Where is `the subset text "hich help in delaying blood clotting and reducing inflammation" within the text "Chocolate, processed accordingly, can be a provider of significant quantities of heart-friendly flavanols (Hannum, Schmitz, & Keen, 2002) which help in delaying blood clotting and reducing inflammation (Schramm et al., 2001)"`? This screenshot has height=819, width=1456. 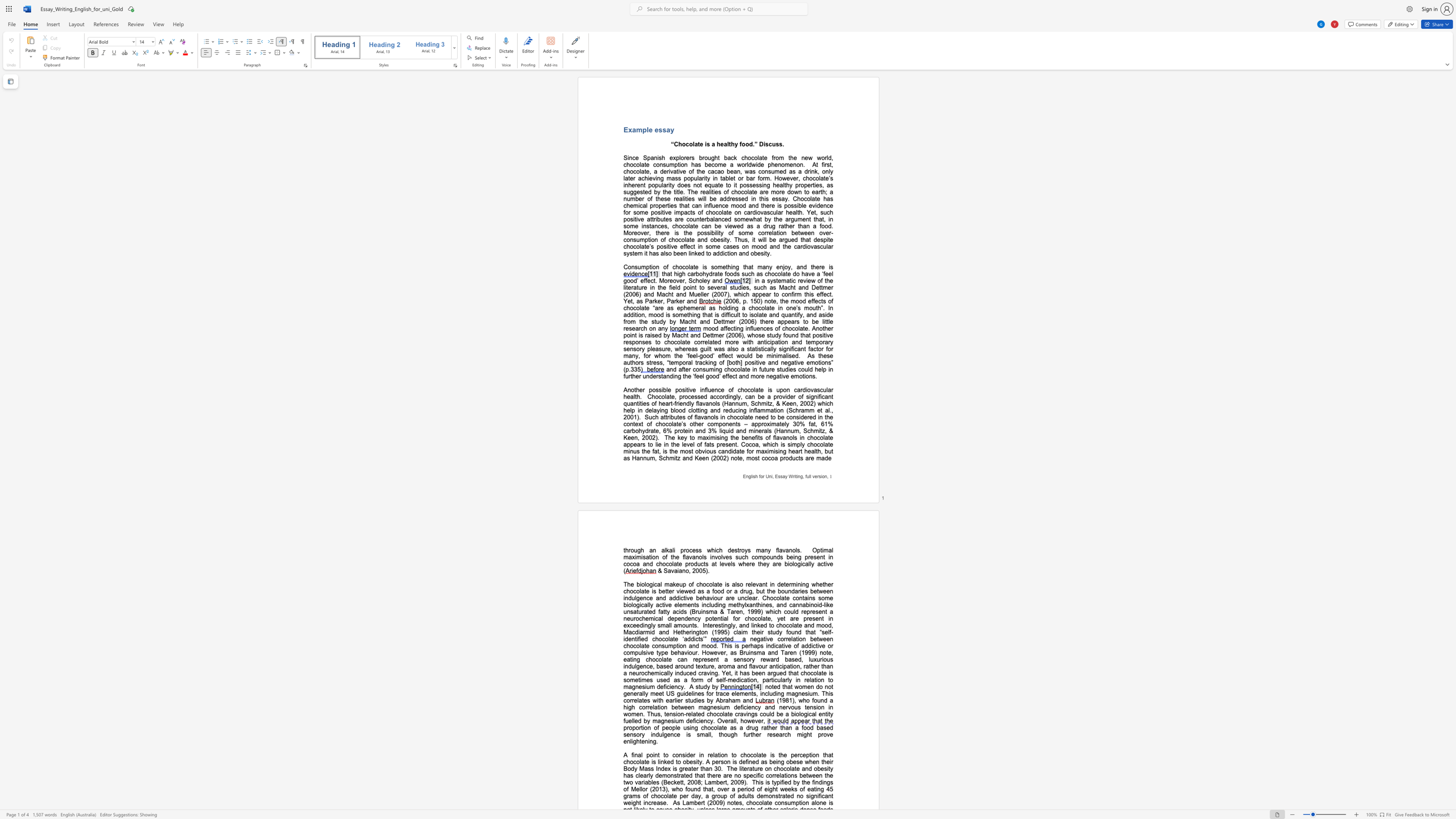 the subset text "hich help in delaying blood clotting and reducing inflammation" within the text "Chocolate, processed accordingly, can be a provider of significant quantities of heart-friendly flavanols (Hannum, Schmitz, & Keen, 2002) which help in delaying blood clotting and reducing inflammation (Schramm et al., 2001)" is located at coordinates (821, 404).